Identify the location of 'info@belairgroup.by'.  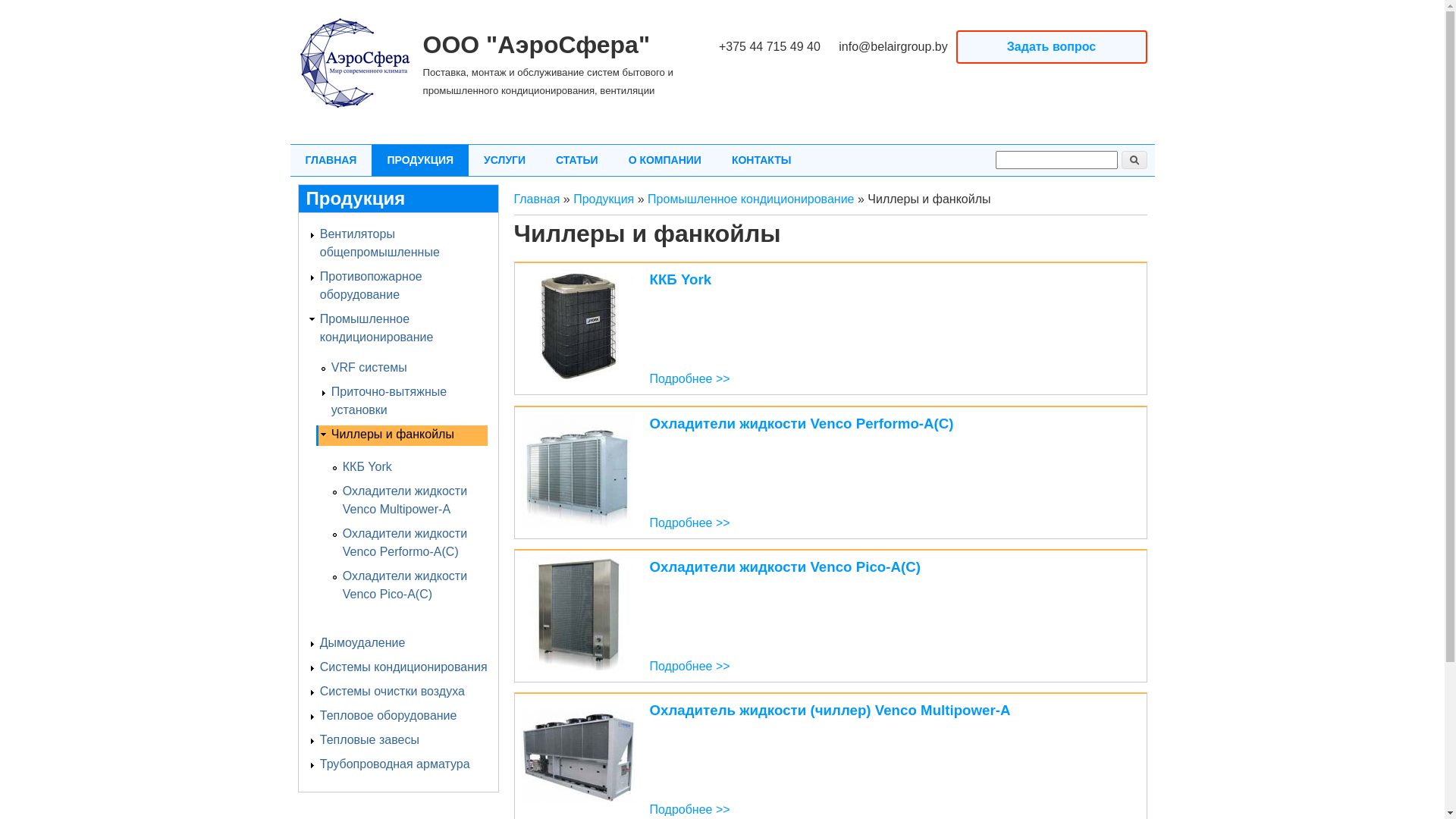
(893, 45).